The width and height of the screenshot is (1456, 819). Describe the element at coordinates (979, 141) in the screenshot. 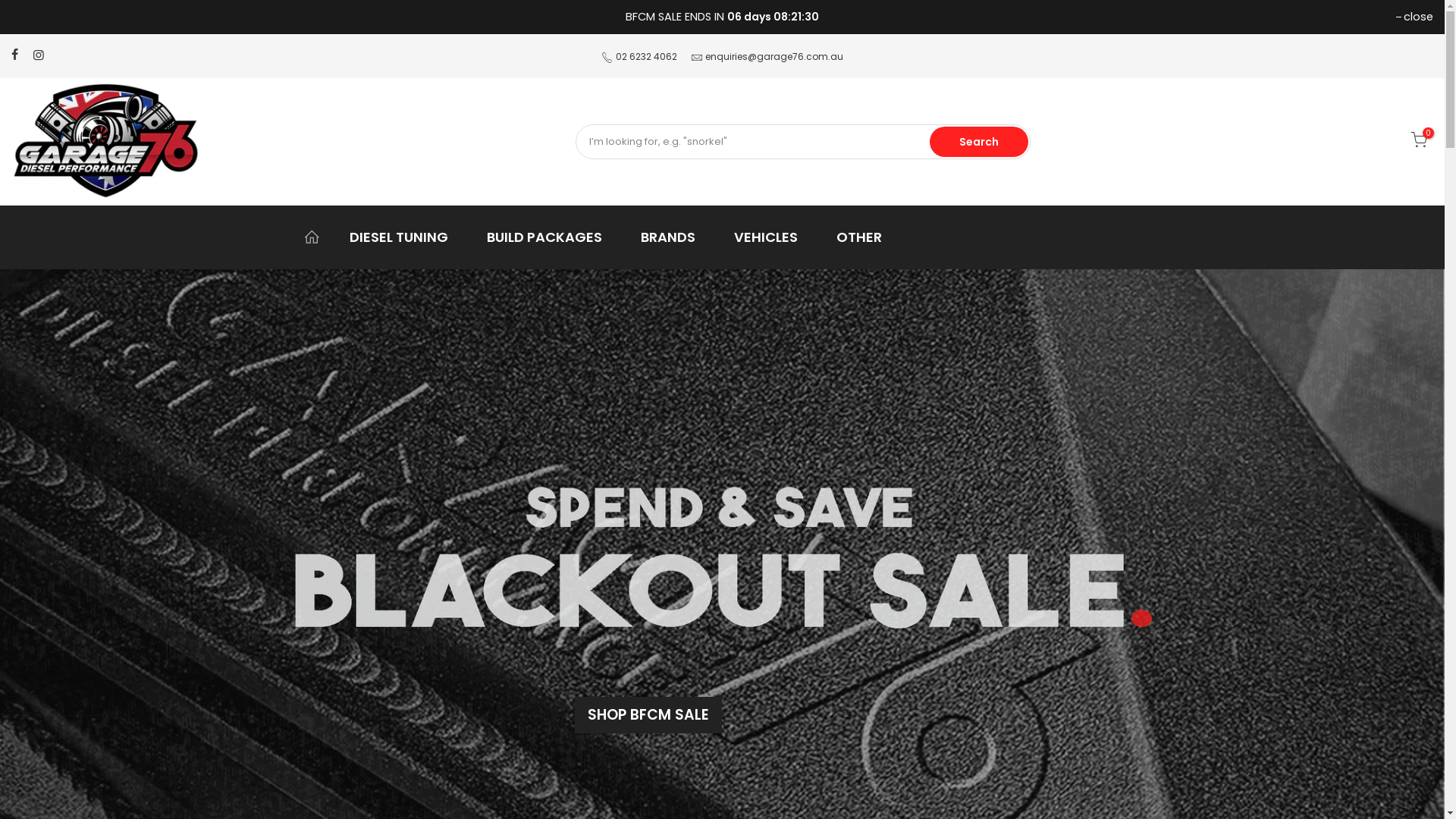

I see `'Search'` at that location.